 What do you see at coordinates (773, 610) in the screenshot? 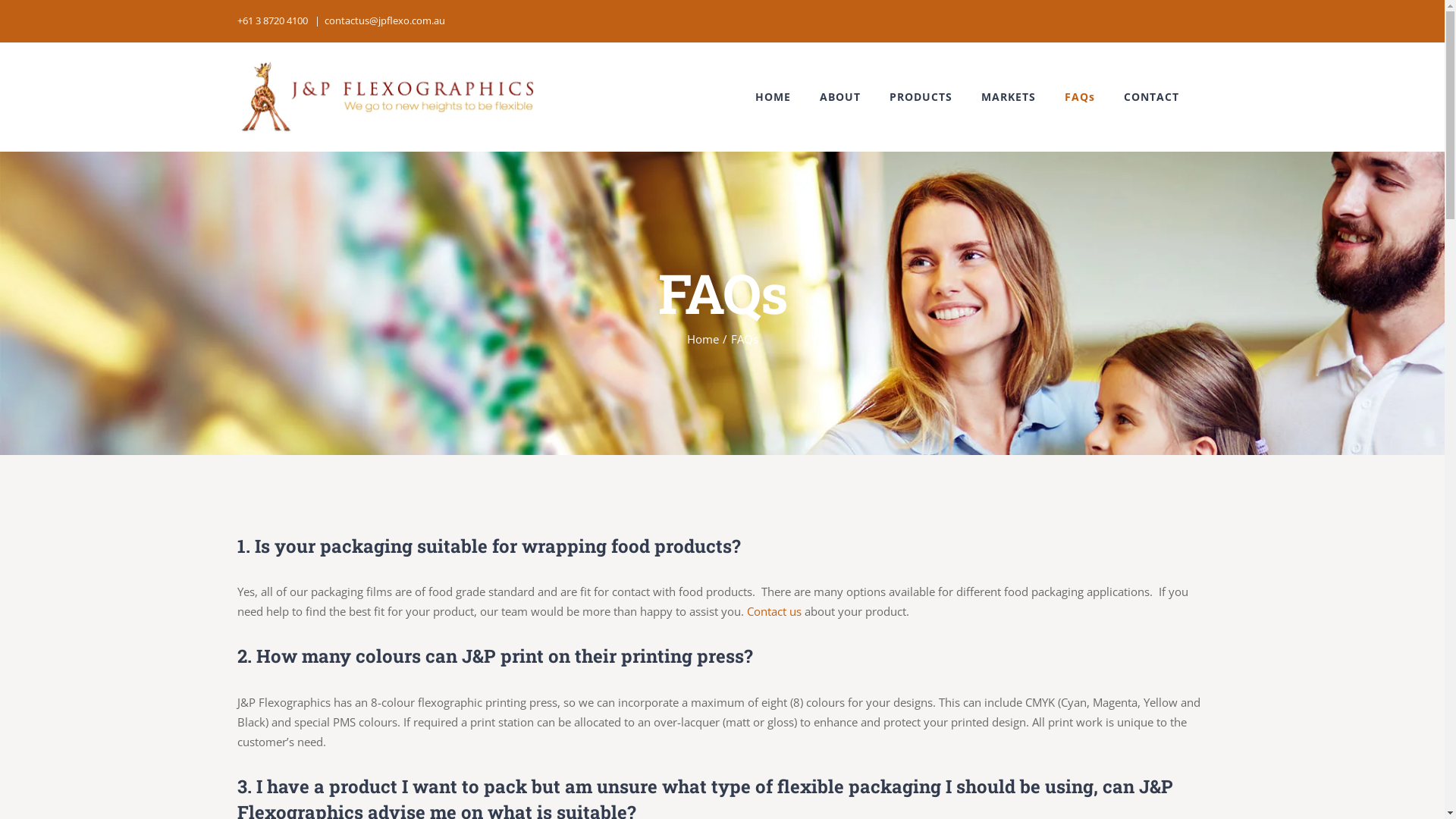
I see `'Contact us'` at bounding box center [773, 610].